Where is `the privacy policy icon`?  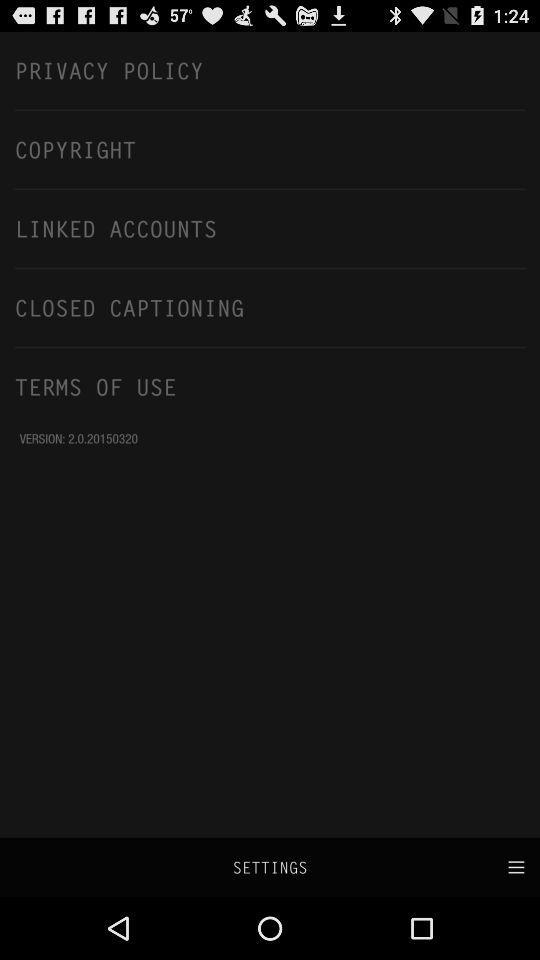 the privacy policy icon is located at coordinates (270, 70).